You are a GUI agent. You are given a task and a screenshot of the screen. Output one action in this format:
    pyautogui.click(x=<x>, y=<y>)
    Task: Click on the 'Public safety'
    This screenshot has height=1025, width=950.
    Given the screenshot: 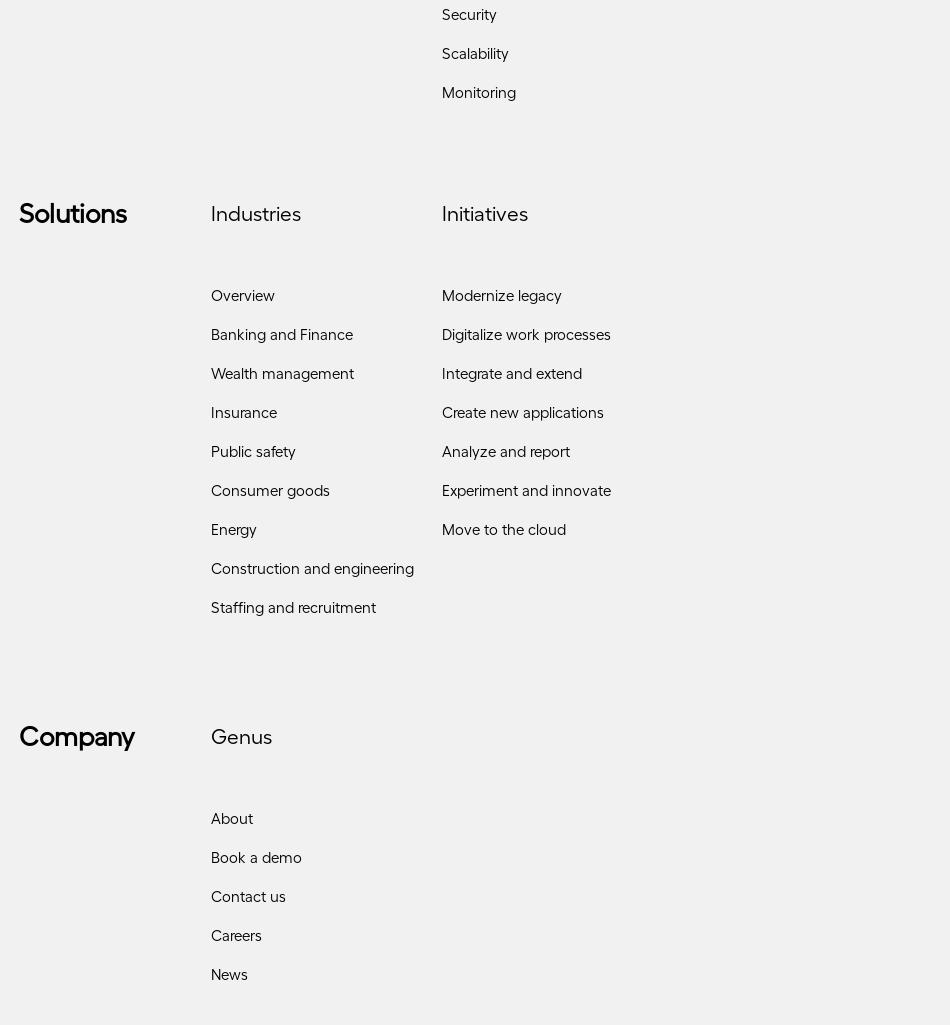 What is the action you would take?
    pyautogui.click(x=252, y=456)
    